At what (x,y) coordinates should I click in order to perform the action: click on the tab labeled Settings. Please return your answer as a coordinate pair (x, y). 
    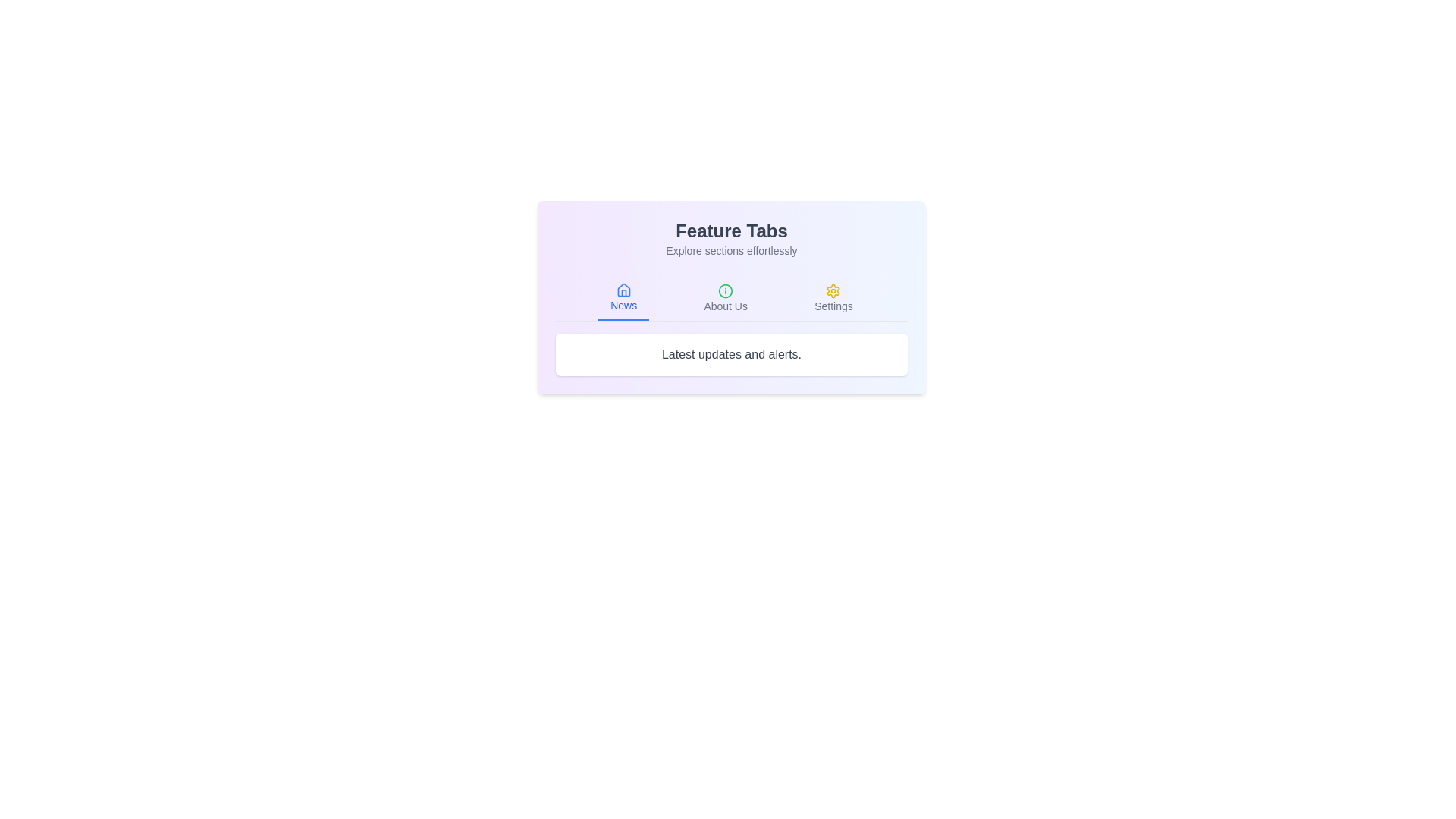
    Looking at the image, I should click on (833, 298).